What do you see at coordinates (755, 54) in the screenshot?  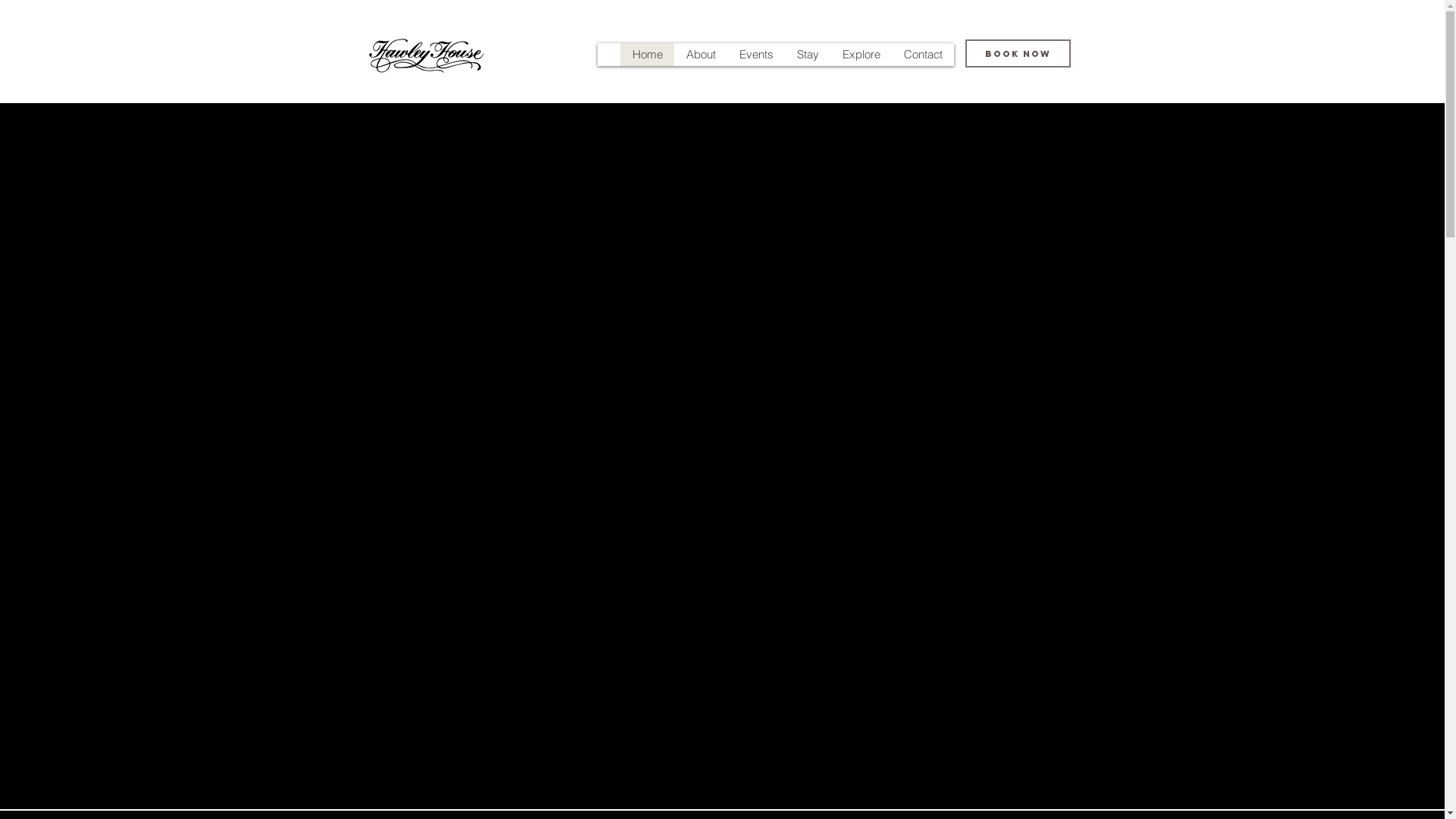 I see `'Events'` at bounding box center [755, 54].